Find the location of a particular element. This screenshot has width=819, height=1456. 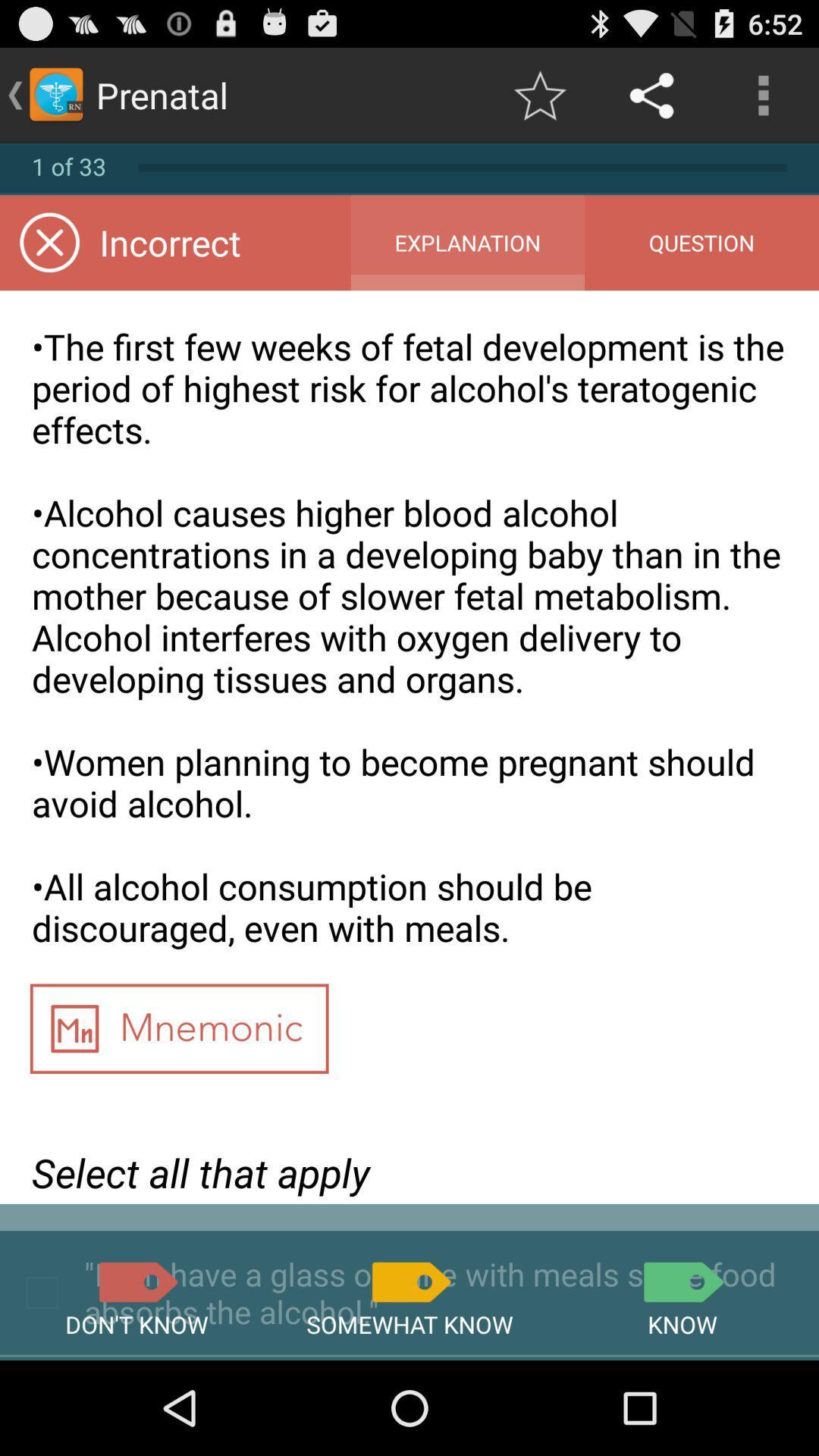

mnemonic is located at coordinates (178, 1033).